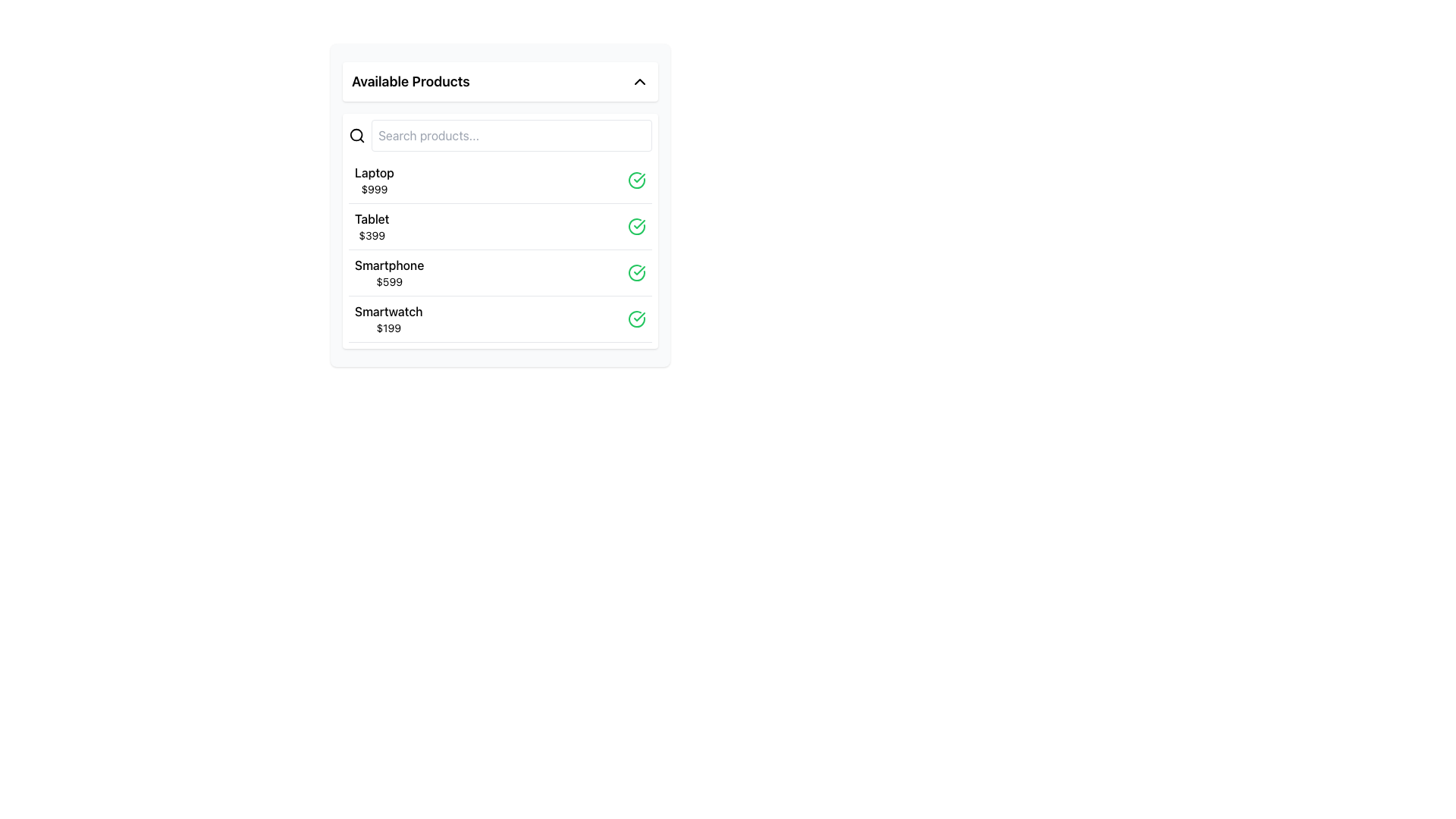  I want to click on product details of the 'Tablet' listed as the second item in the product list, which is priced at '$399', so click(500, 227).